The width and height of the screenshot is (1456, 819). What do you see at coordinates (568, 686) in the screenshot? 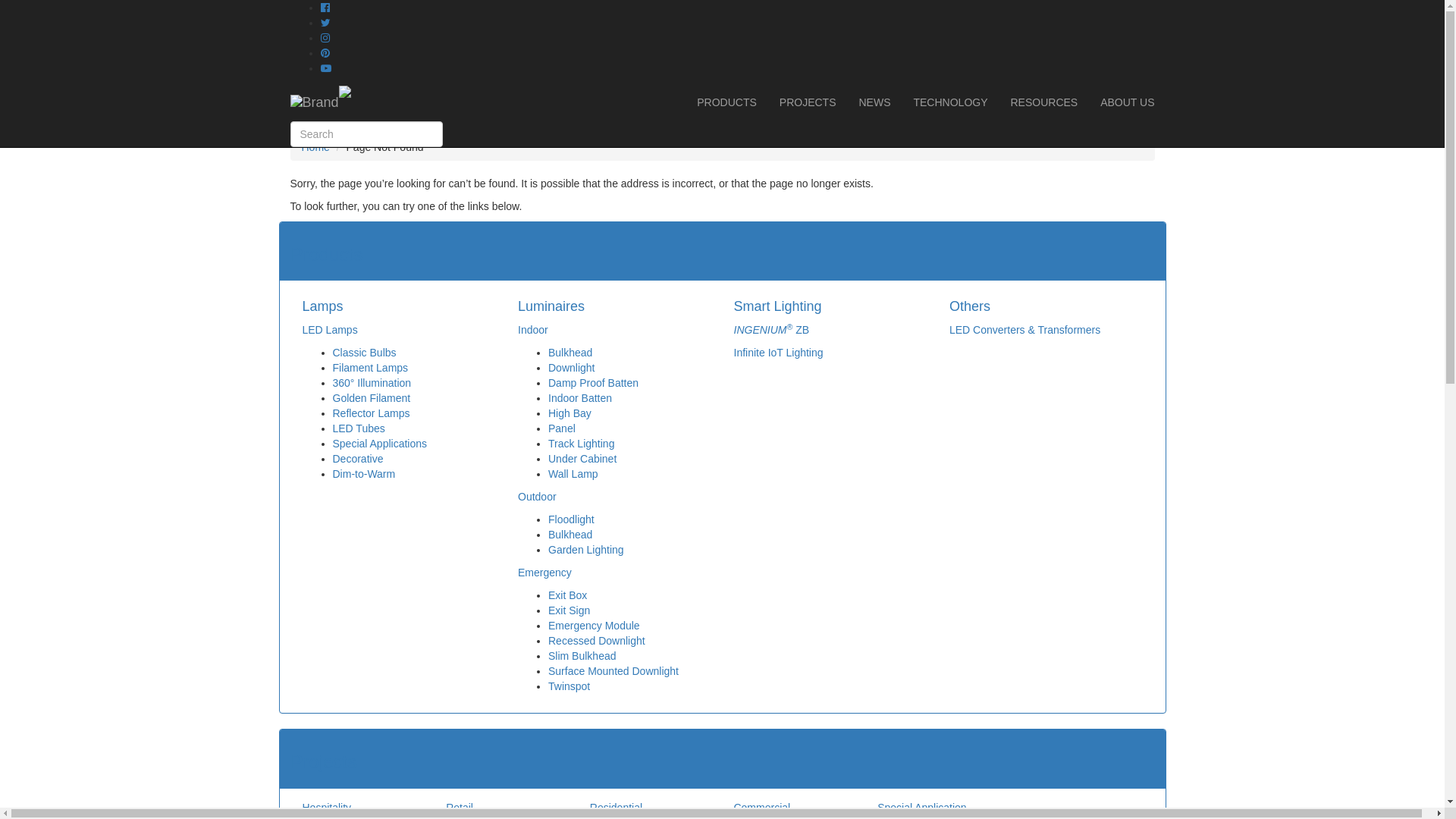
I see `'Twinspot'` at bounding box center [568, 686].